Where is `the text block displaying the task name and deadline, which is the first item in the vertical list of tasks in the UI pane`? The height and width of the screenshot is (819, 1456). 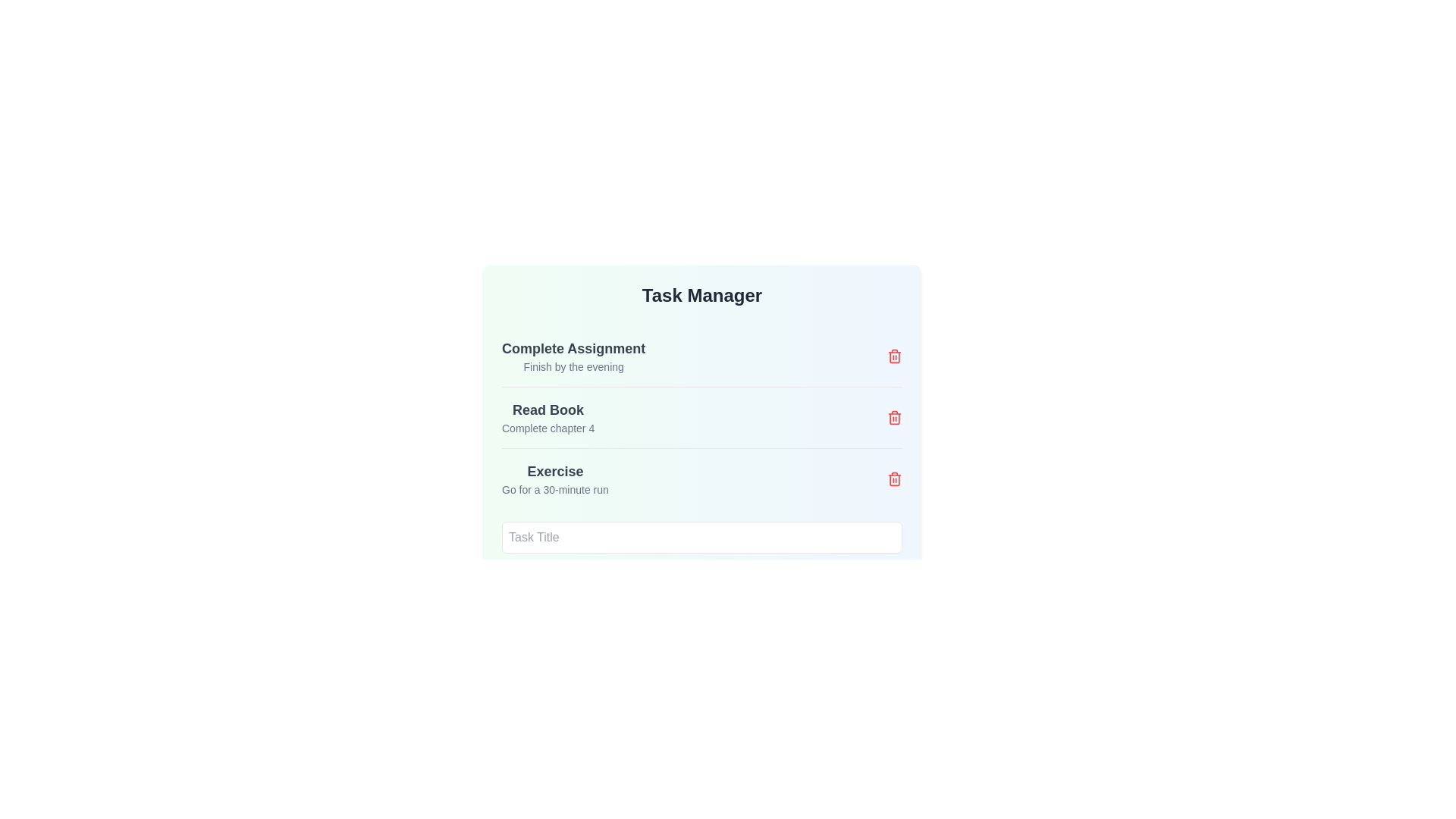
the text block displaying the task name and deadline, which is the first item in the vertical list of tasks in the UI pane is located at coordinates (573, 356).